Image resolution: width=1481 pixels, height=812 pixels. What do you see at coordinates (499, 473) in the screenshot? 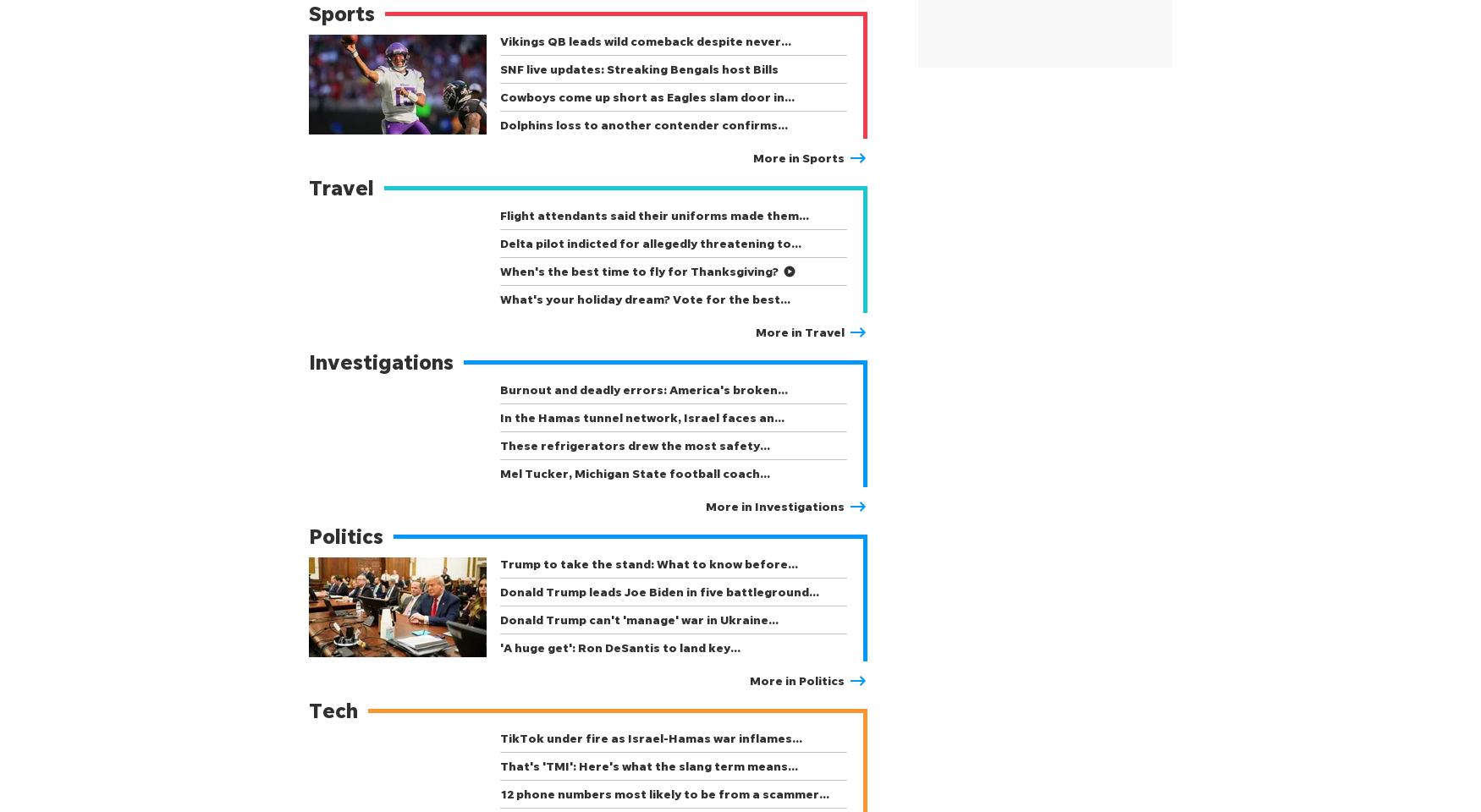
I see `'Mel Tucker, Michigan State football coach…'` at bounding box center [499, 473].